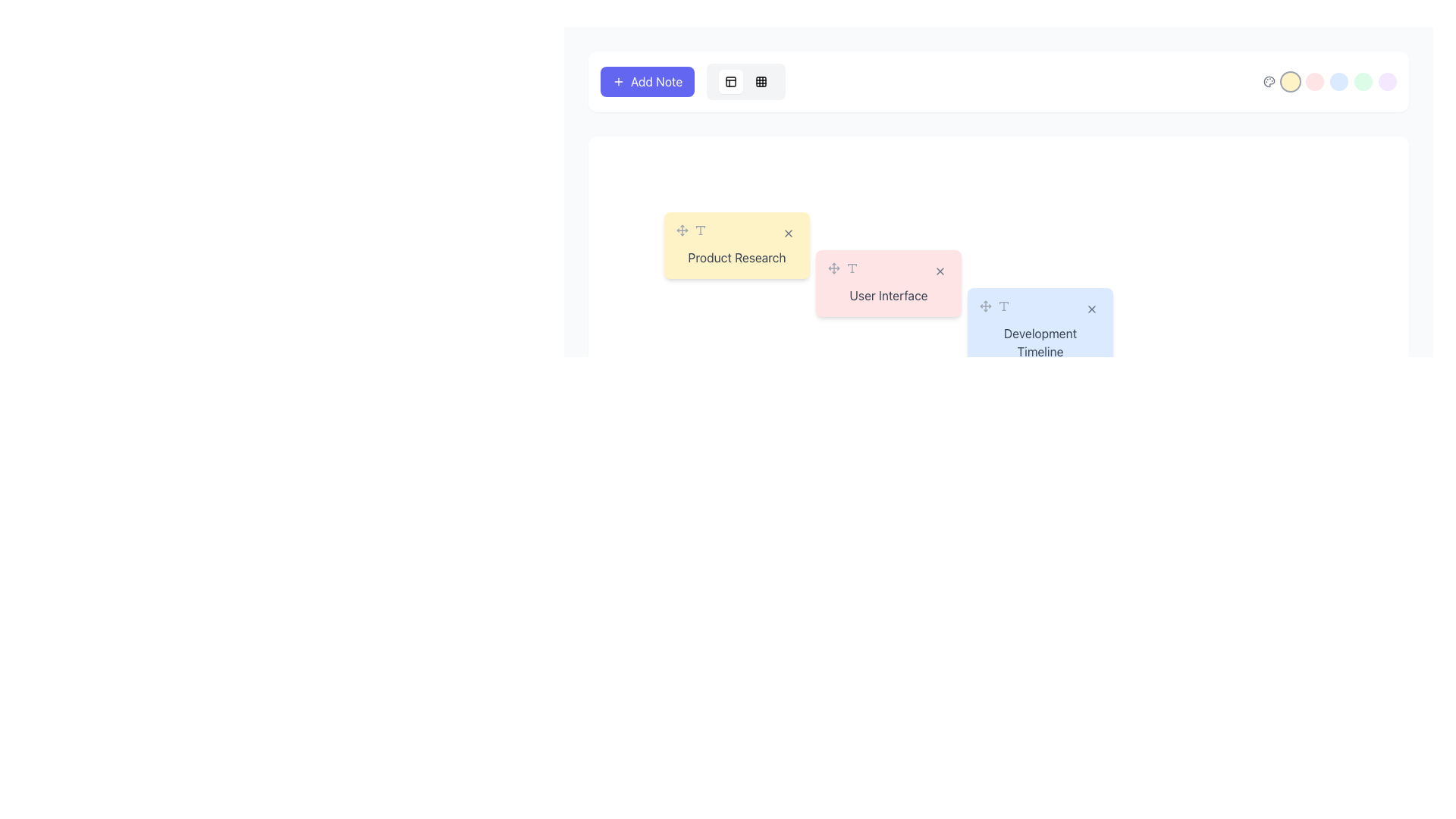 The image size is (1456, 819). I want to click on the text formatting icon shaped like a 'T', which is the second icon in the horizontal arrangement on the yellow 'Product Research' card, so click(700, 231).